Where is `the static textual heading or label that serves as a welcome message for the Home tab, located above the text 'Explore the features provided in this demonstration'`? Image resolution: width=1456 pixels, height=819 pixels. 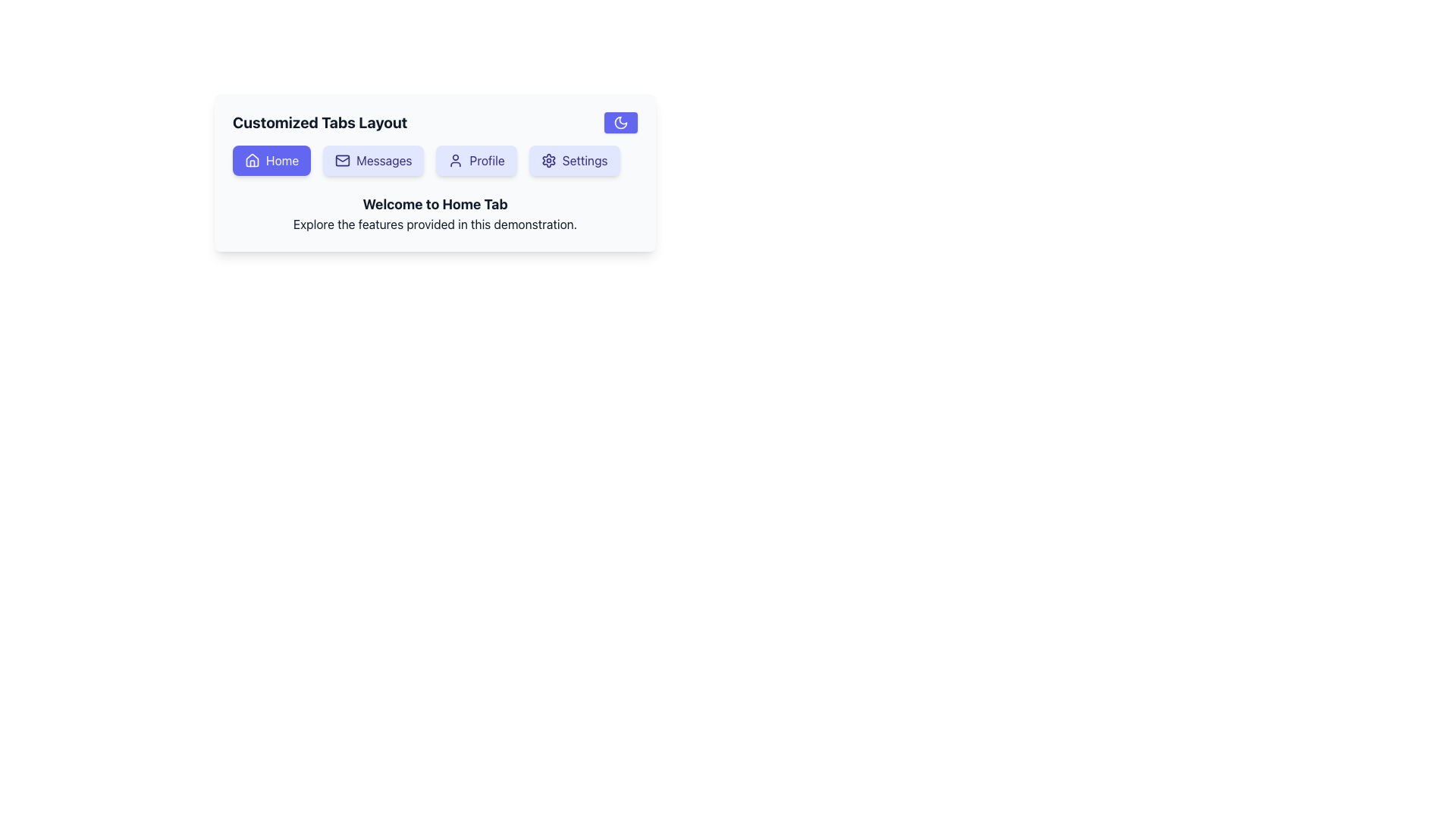 the static textual heading or label that serves as a welcome message for the Home tab, located above the text 'Explore the features provided in this demonstration' is located at coordinates (435, 205).